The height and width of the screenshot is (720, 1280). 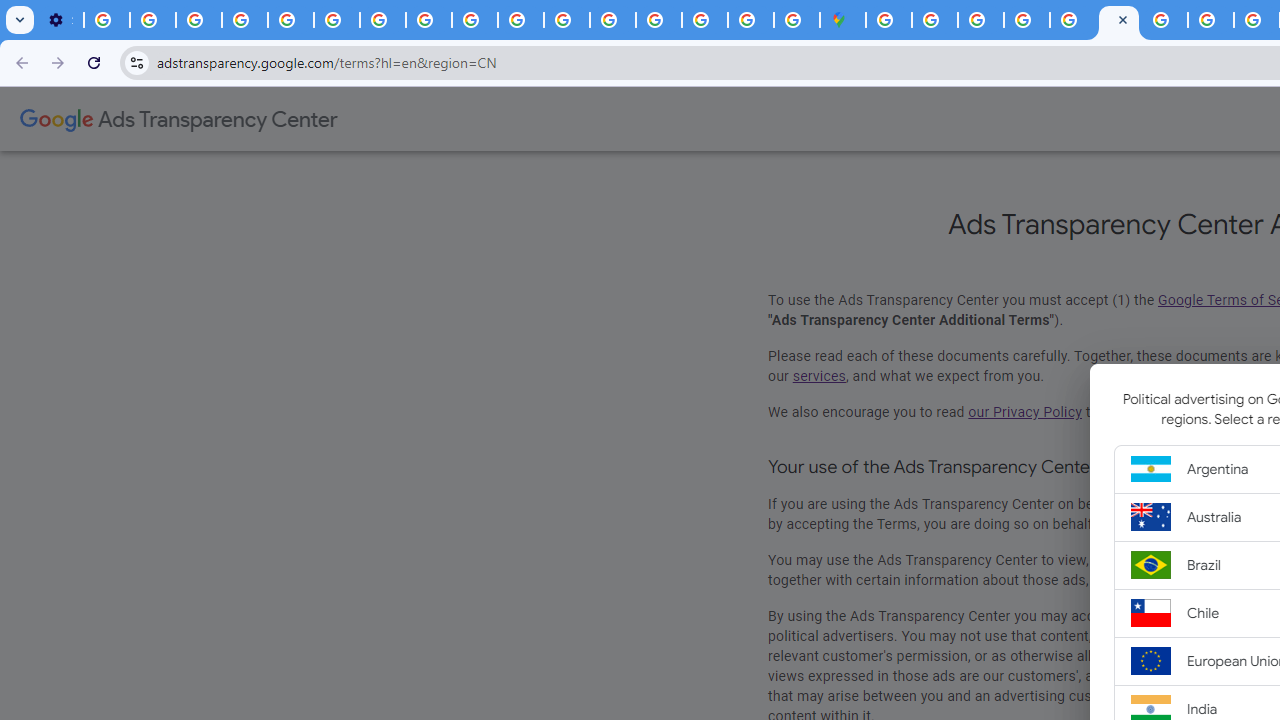 What do you see at coordinates (1164, 20) in the screenshot?
I see `'Blogger Policies and Guidelines - Transparency Center'` at bounding box center [1164, 20].